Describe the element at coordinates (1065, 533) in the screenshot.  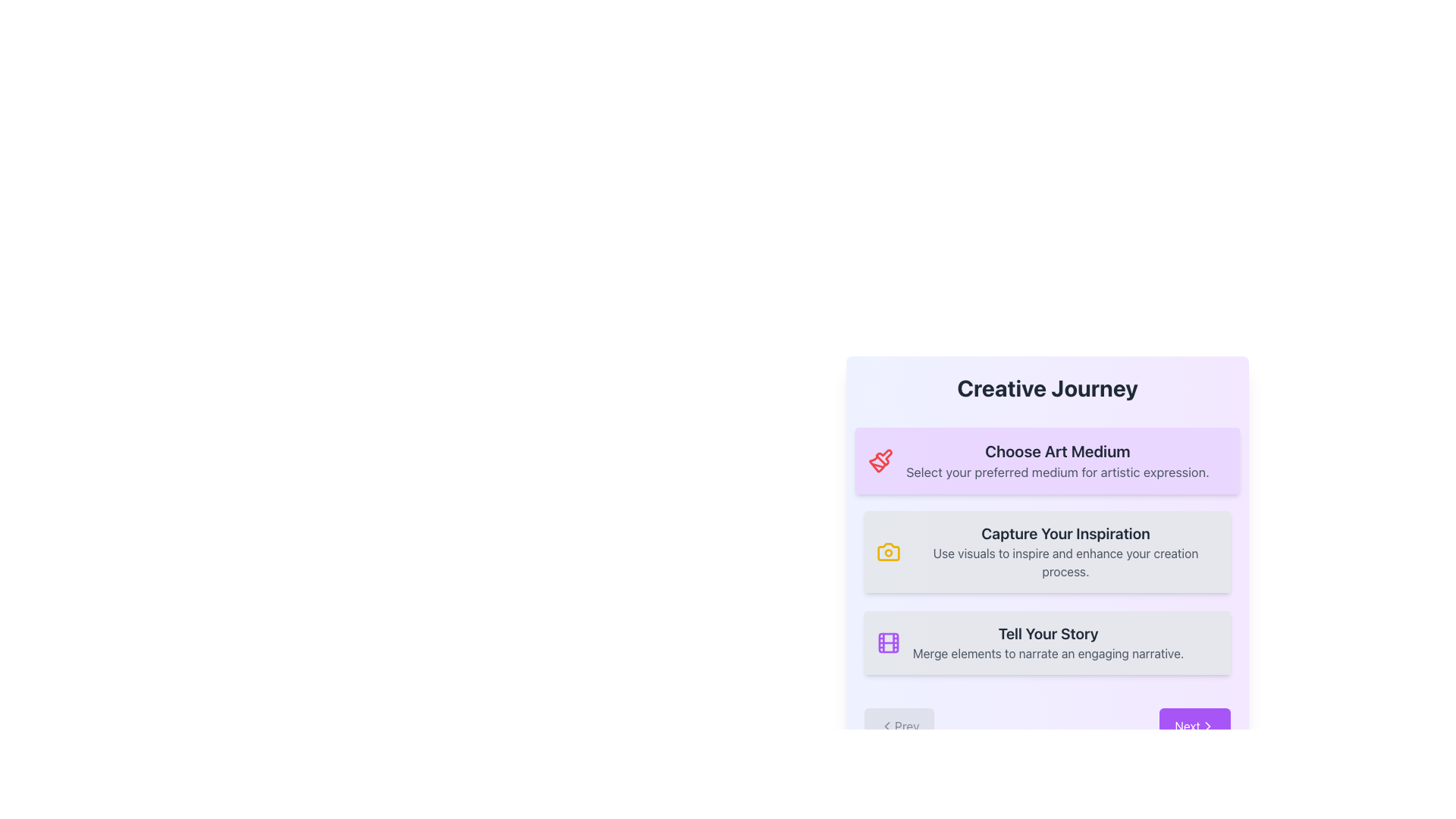
I see `the static text header 'Capture Your Inspiration' which is located in the second section of a vertical list, accompanied by a yellow camera icon on the left` at that location.